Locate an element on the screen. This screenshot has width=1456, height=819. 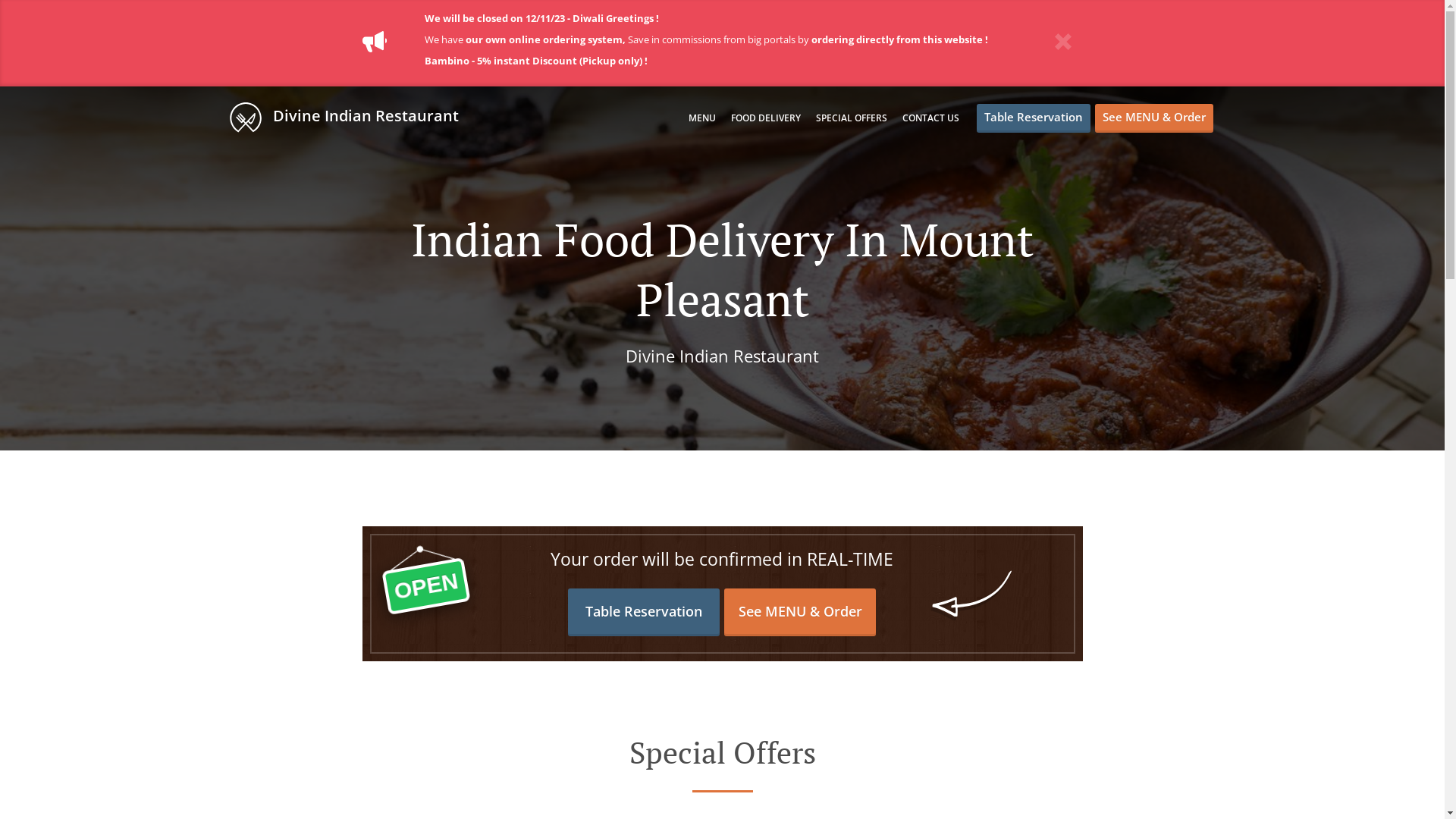
'FOOD DELIVERY' is located at coordinates (765, 117).